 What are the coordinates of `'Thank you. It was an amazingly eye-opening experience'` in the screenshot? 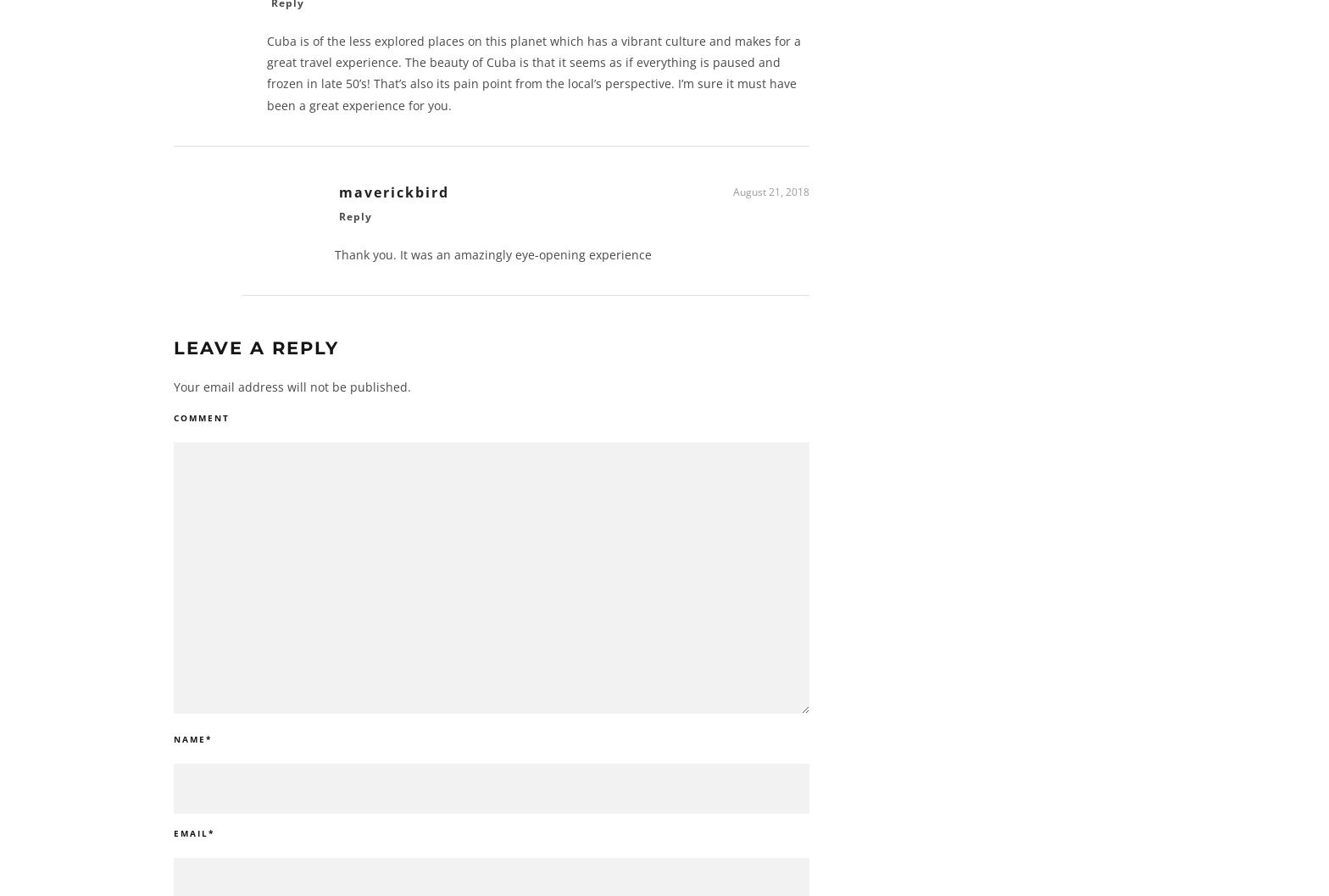 It's located at (493, 260).